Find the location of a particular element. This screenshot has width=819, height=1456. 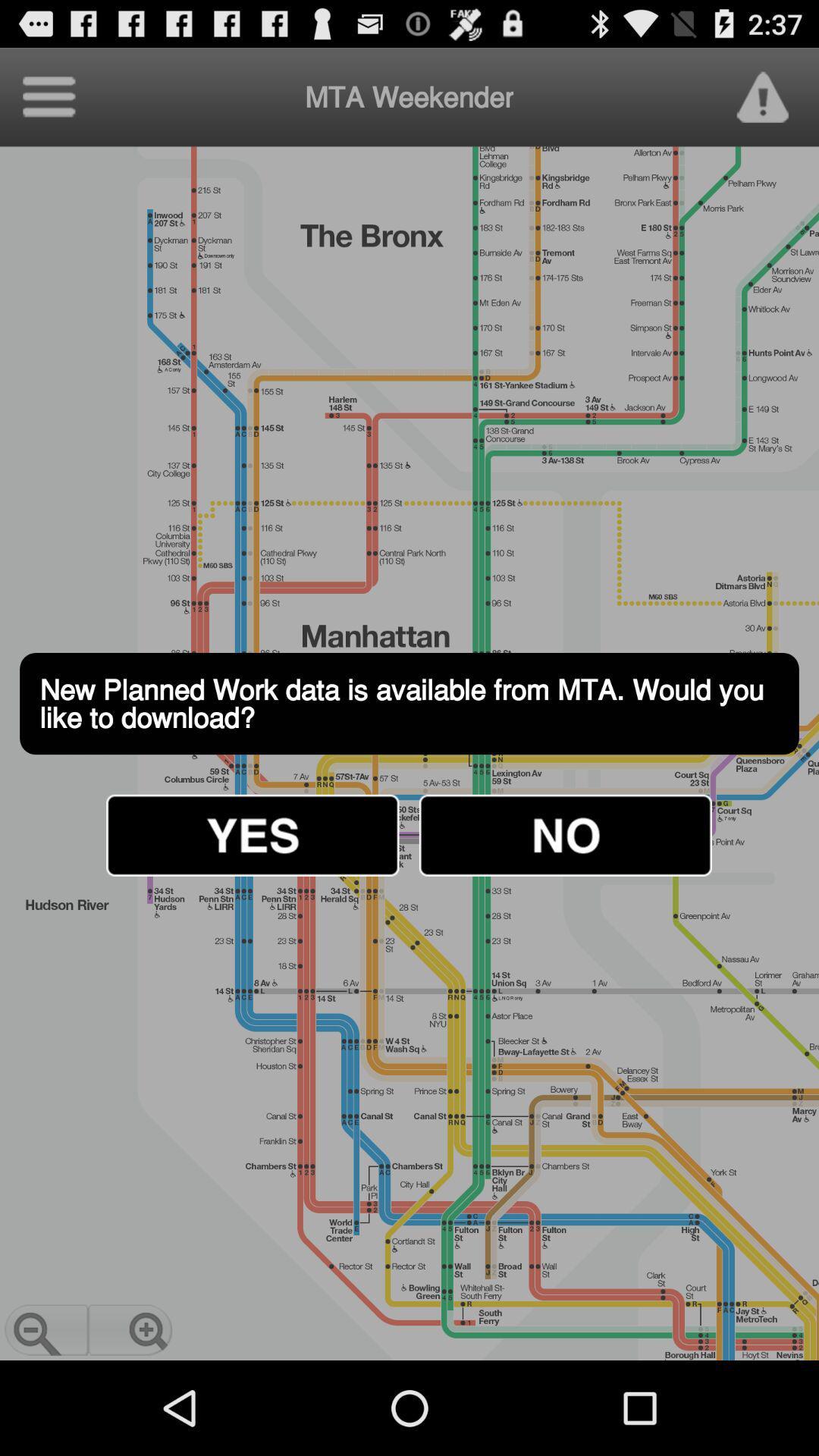

the icon on the right is located at coordinates (565, 834).